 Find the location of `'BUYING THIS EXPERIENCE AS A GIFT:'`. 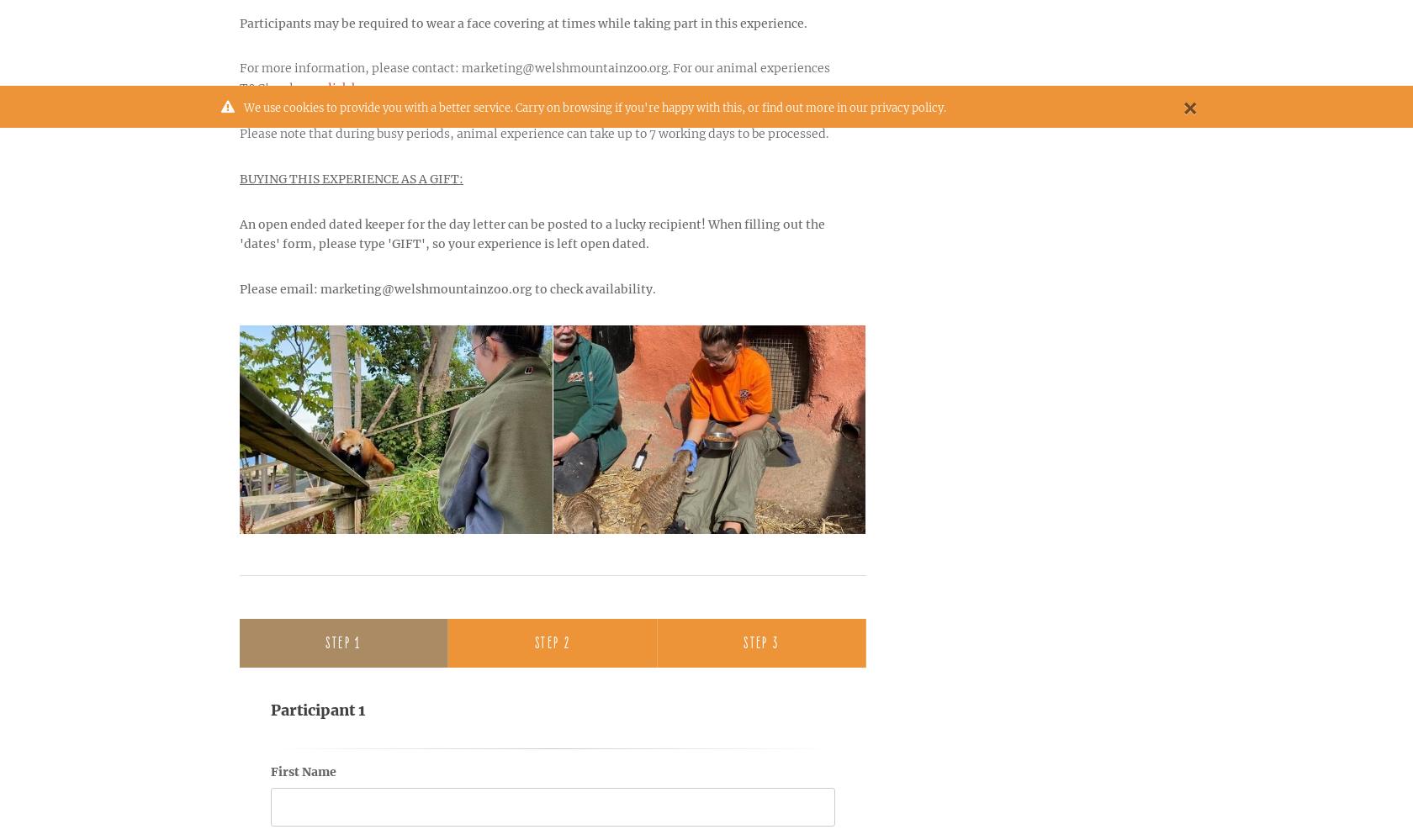

'BUYING THIS EXPERIENCE AS A GIFT:' is located at coordinates (239, 177).